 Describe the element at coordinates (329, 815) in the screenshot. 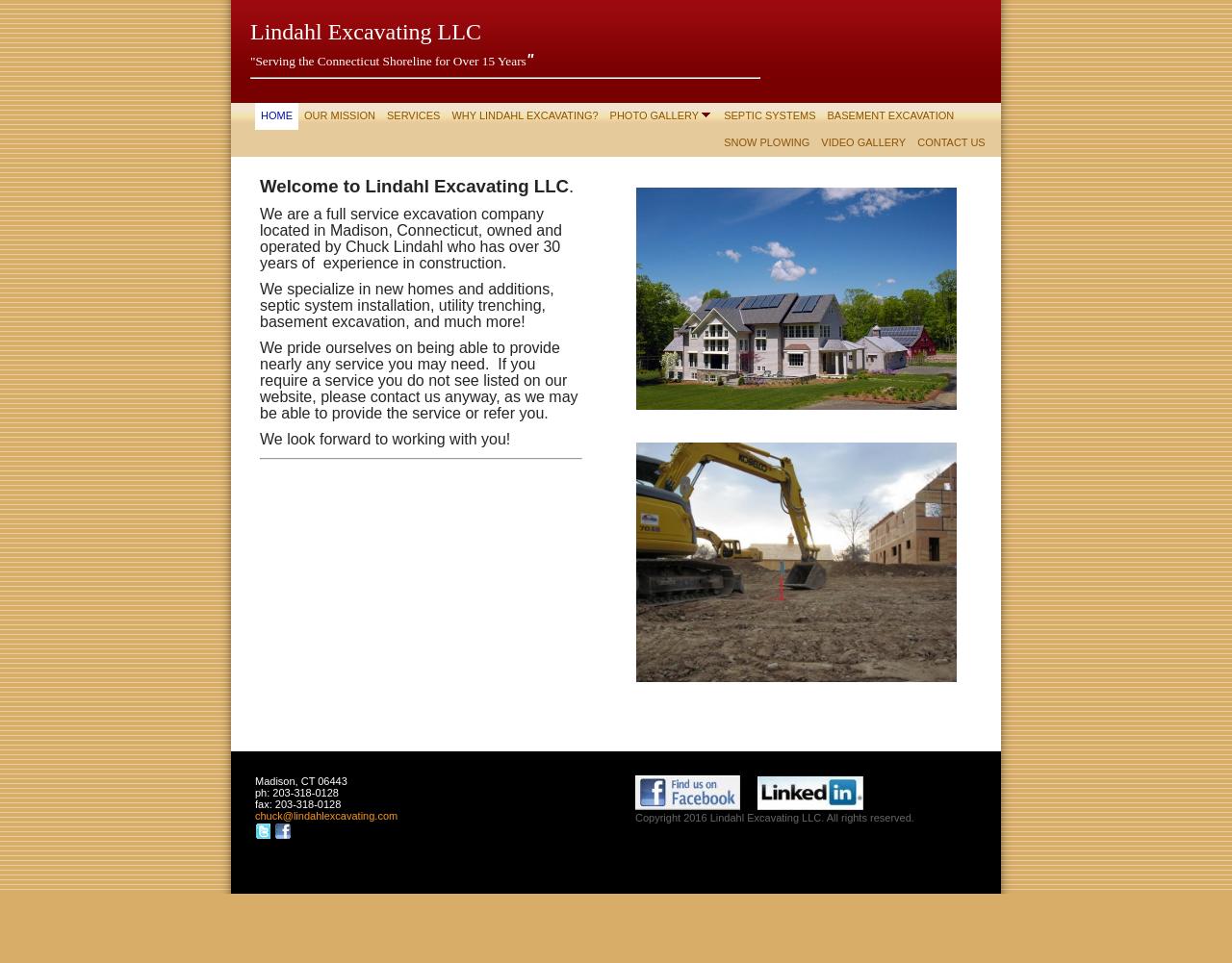

I see `'xcavating'` at that location.